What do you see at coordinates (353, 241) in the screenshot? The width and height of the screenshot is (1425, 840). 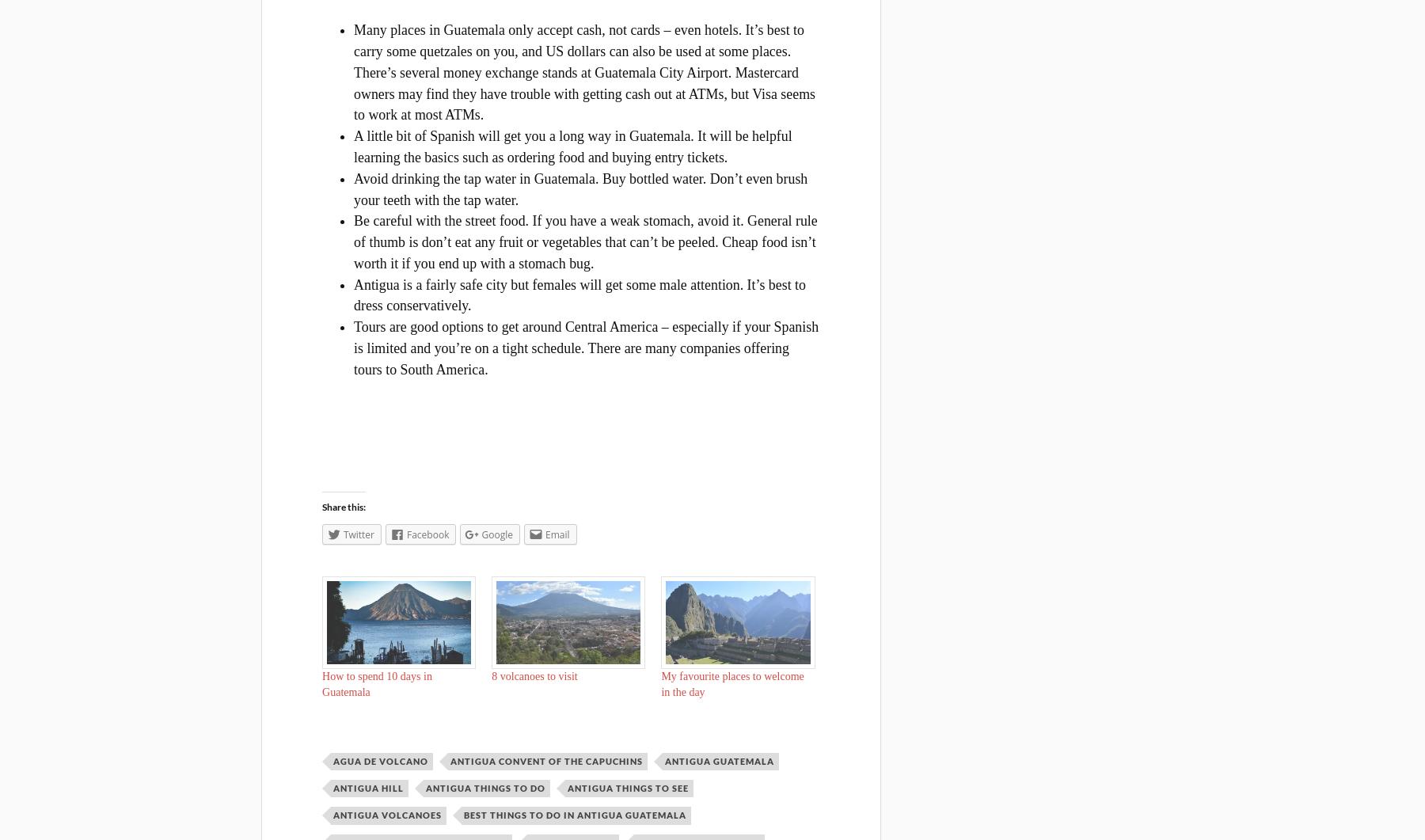 I see `'Be careful with the street food. If you have a weak stomach, avoid it. General rule of thumb is don’t eat any fruit or vegetables that can’t be peeled. Cheap food isn’t worth it if you end up with a stomach bug.'` at bounding box center [353, 241].